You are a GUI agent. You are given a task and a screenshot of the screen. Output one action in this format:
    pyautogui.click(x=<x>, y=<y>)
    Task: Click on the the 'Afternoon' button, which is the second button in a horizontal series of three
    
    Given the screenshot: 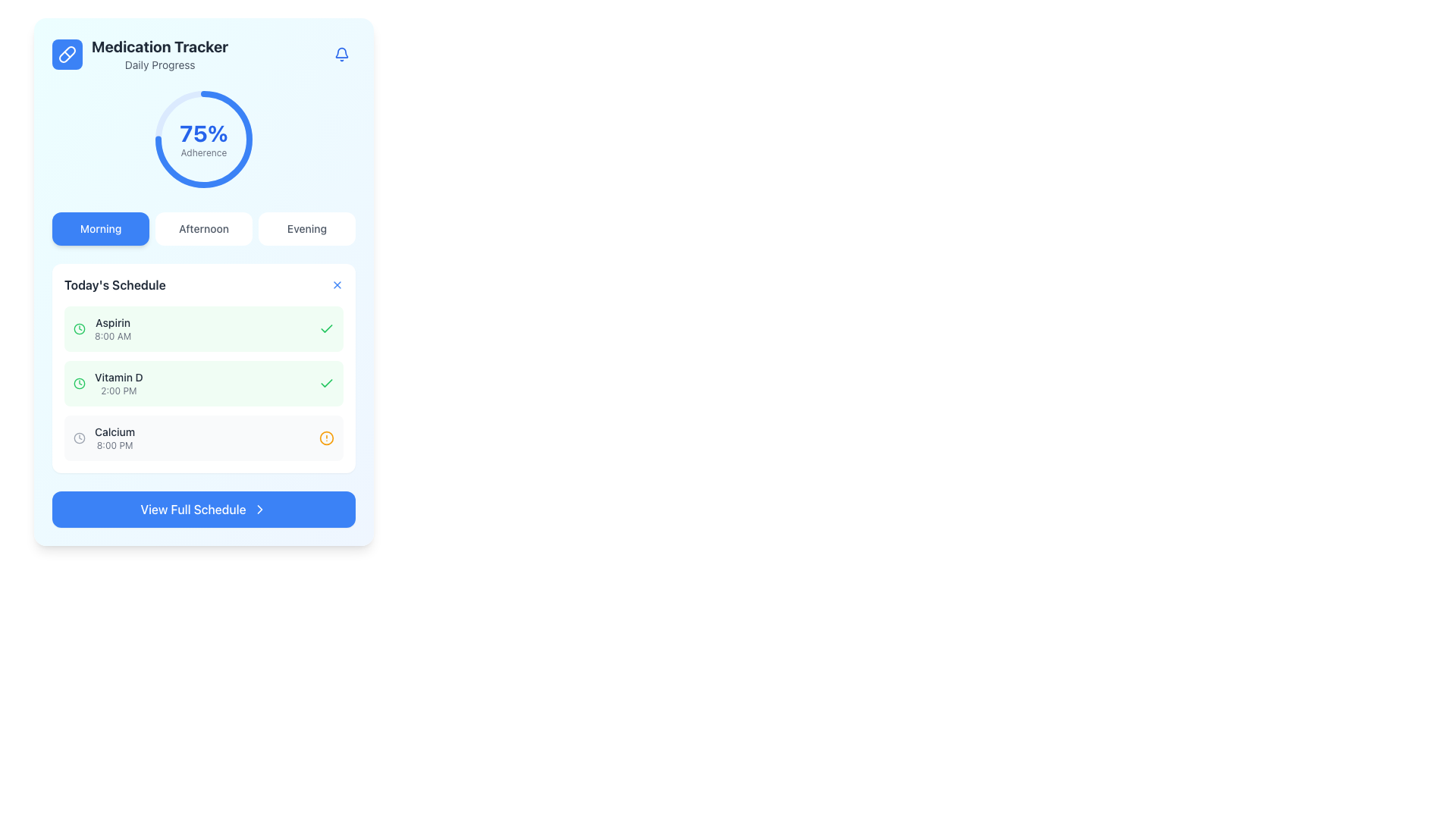 What is the action you would take?
    pyautogui.click(x=202, y=228)
    